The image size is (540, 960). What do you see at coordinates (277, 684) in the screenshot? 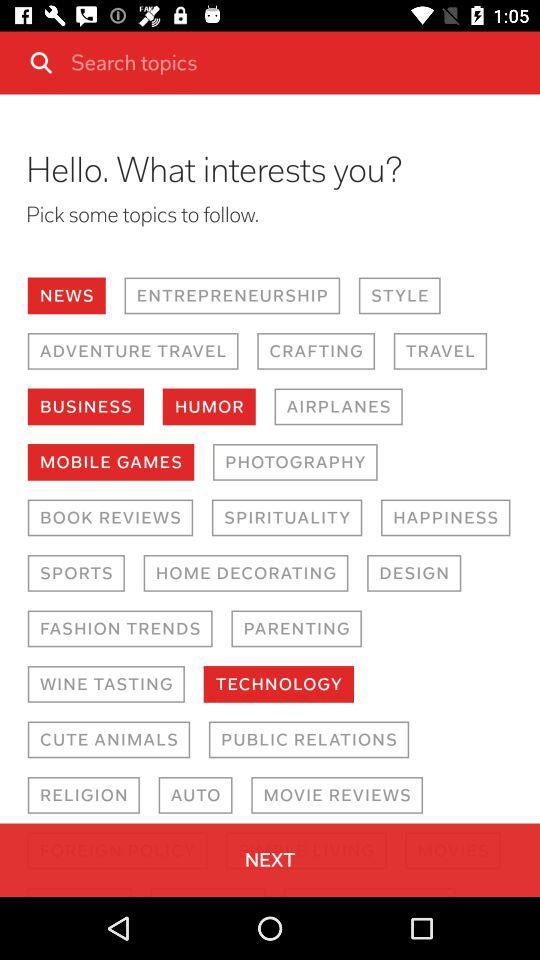
I see `the item to the right of wine tasting item` at bounding box center [277, 684].